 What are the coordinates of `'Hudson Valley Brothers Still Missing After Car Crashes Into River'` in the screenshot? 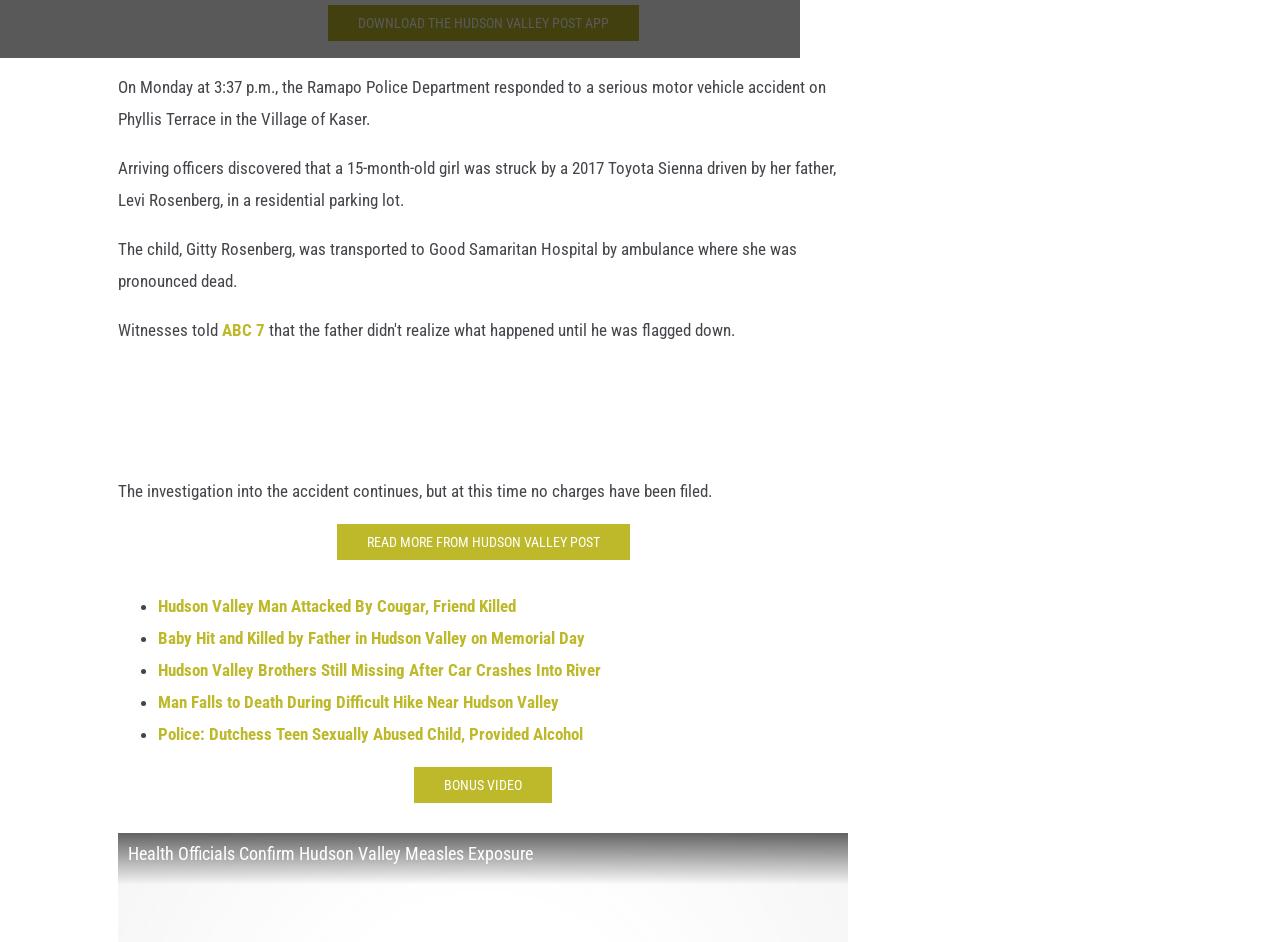 It's located at (378, 680).